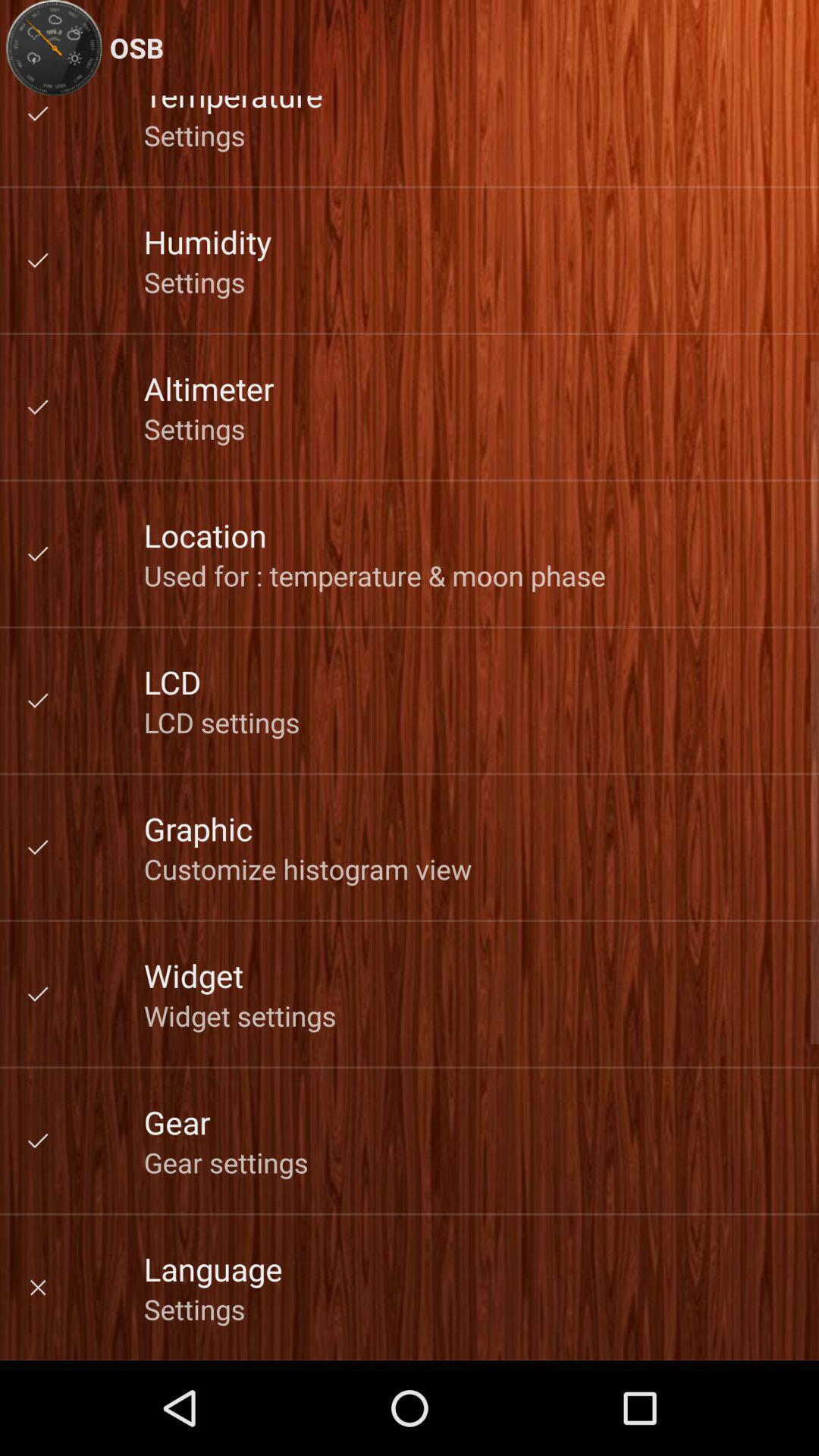 Image resolution: width=819 pixels, height=1456 pixels. Describe the element at coordinates (205, 535) in the screenshot. I see `item above the used for temperature app` at that location.